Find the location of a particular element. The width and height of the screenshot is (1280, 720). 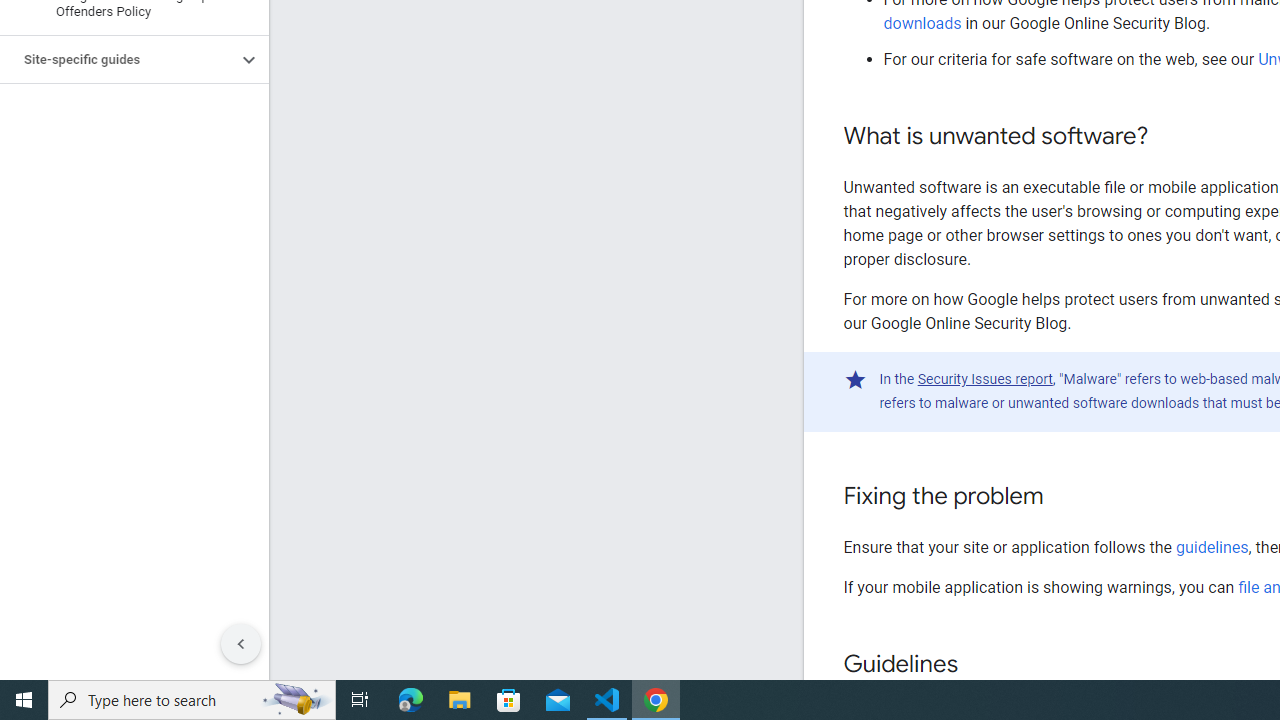

'Copy link to this section: Fixing the problem' is located at coordinates (1062, 496).